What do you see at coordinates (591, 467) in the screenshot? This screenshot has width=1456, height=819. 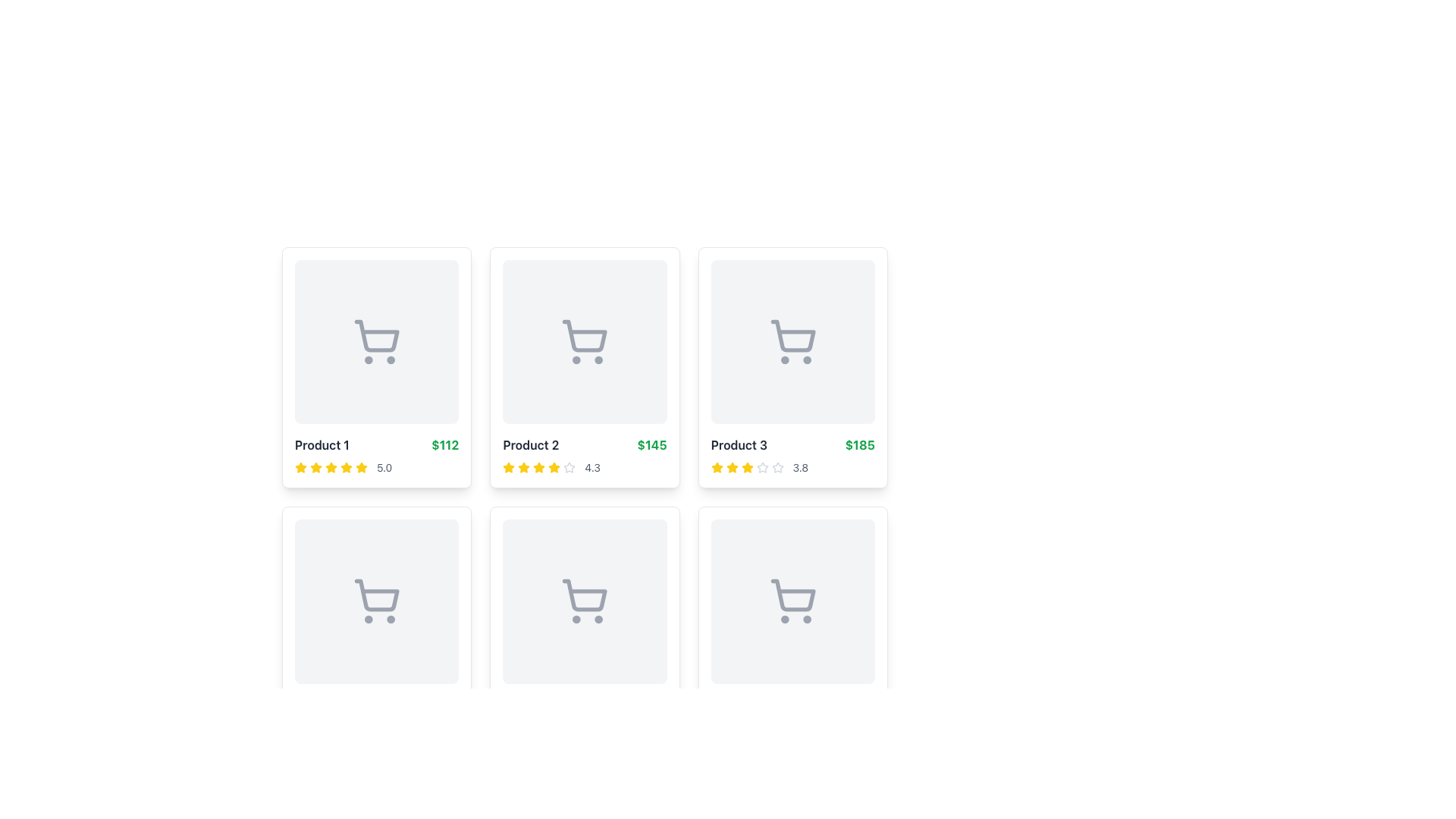 I see `rating value displayed as '4.3' in gray text, located to the right of the star icons in the details section of the second product card` at bounding box center [591, 467].